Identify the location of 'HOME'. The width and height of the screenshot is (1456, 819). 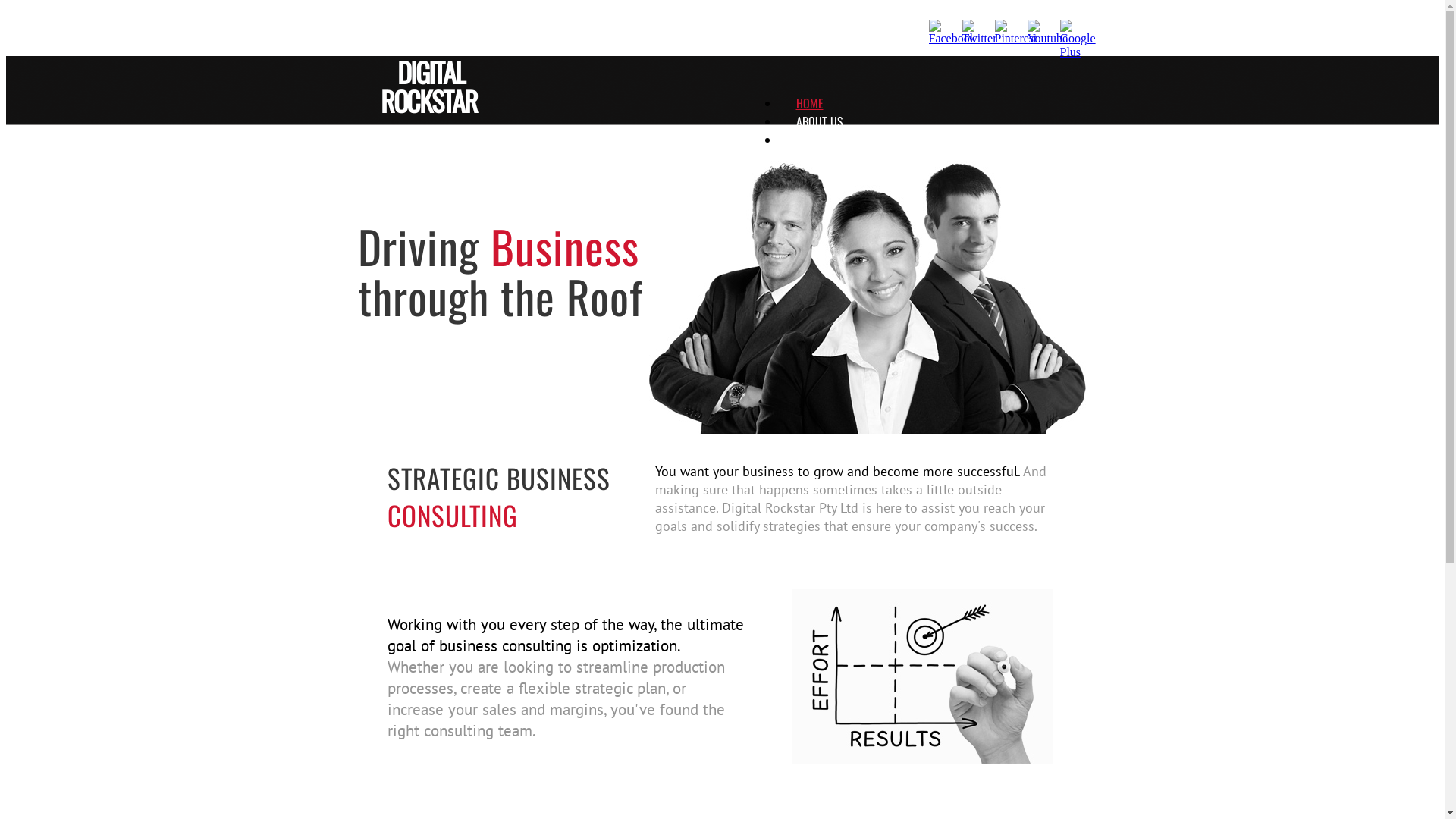
(809, 102).